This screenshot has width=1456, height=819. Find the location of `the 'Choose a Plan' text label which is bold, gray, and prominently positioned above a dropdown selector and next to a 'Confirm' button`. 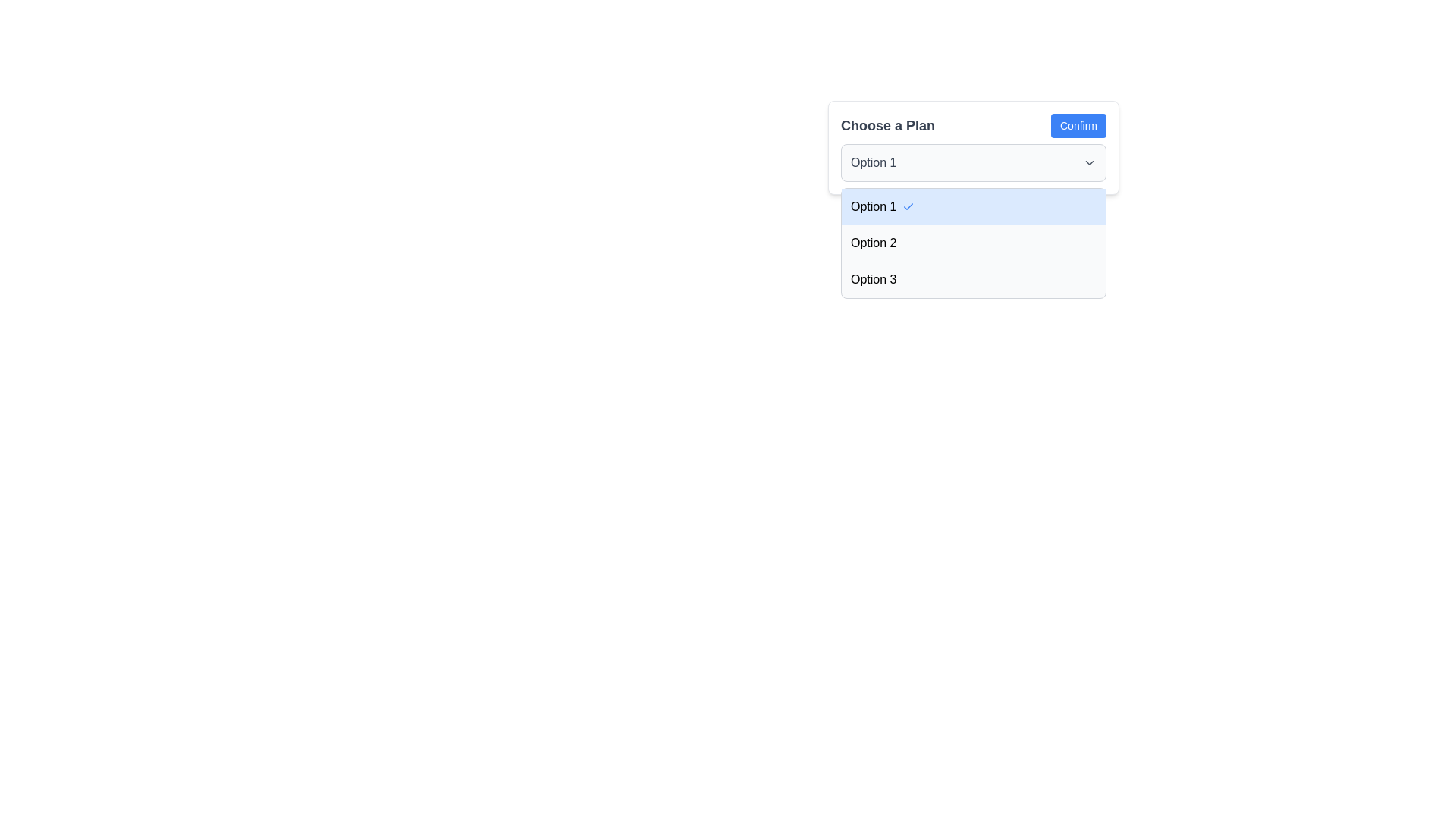

the 'Choose a Plan' text label which is bold, gray, and prominently positioned above a dropdown selector and next to a 'Confirm' button is located at coordinates (888, 124).